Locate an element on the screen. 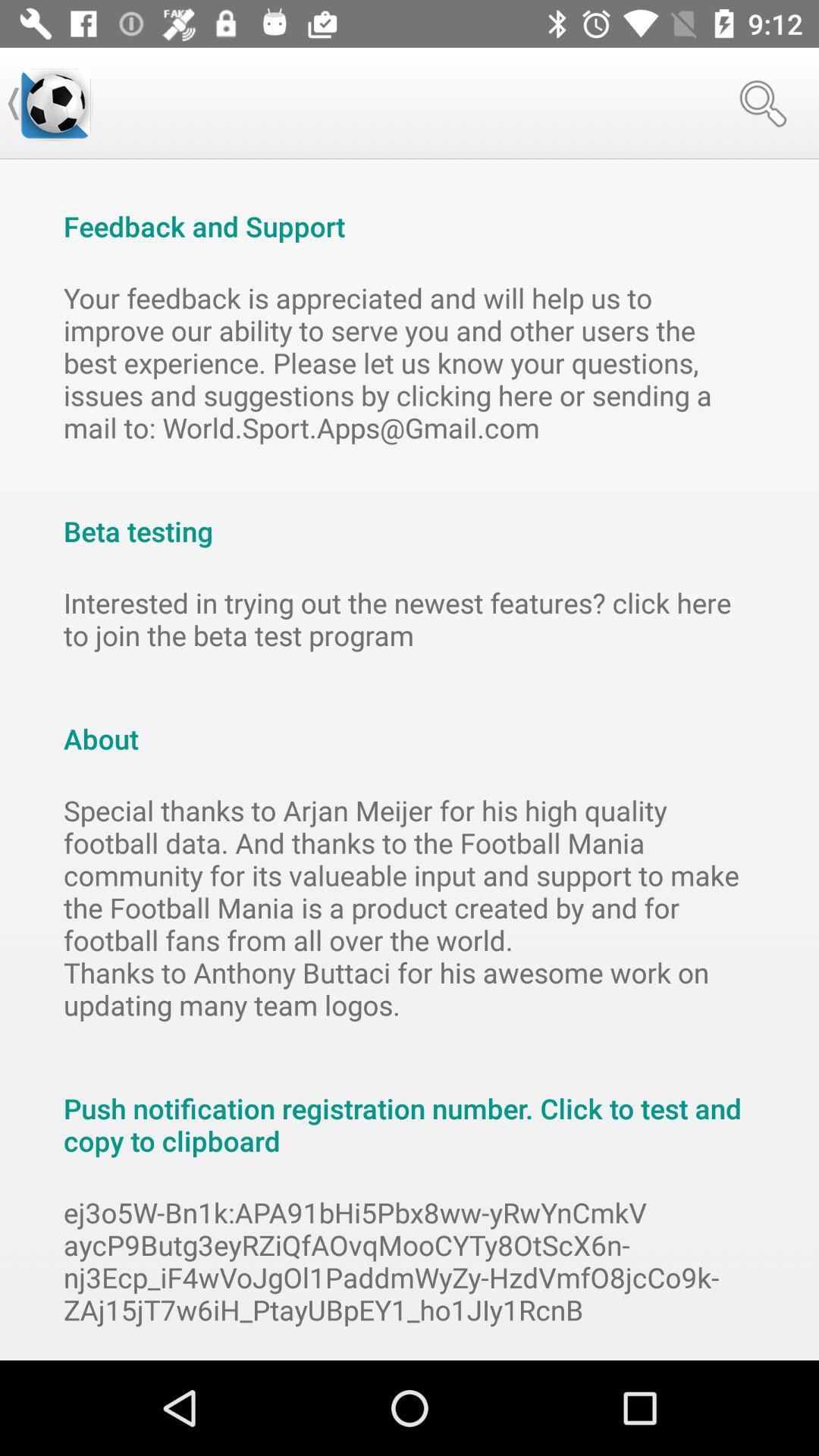 This screenshot has width=819, height=1456. special thanks to icon is located at coordinates (409, 907).